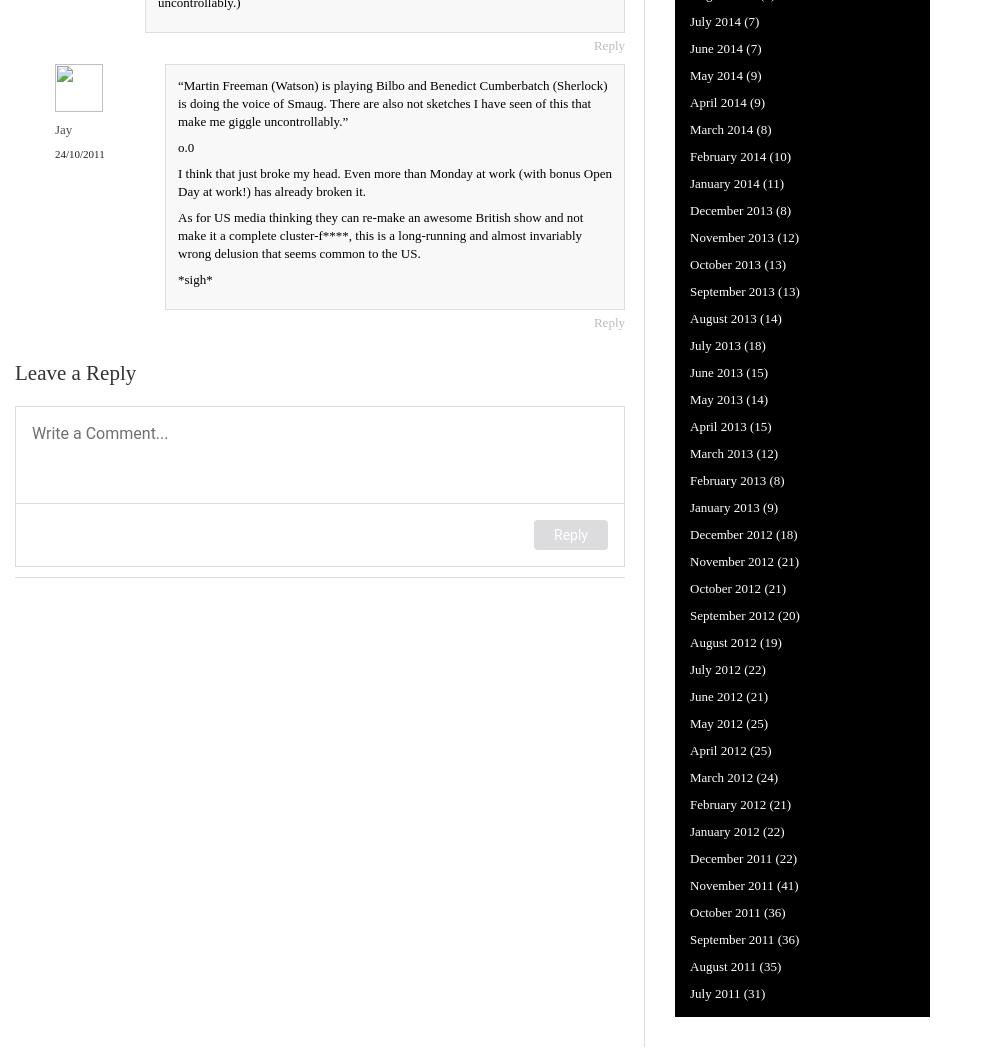 The height and width of the screenshot is (1058, 990). Describe the element at coordinates (720, 451) in the screenshot. I see `'March 2013'` at that location.